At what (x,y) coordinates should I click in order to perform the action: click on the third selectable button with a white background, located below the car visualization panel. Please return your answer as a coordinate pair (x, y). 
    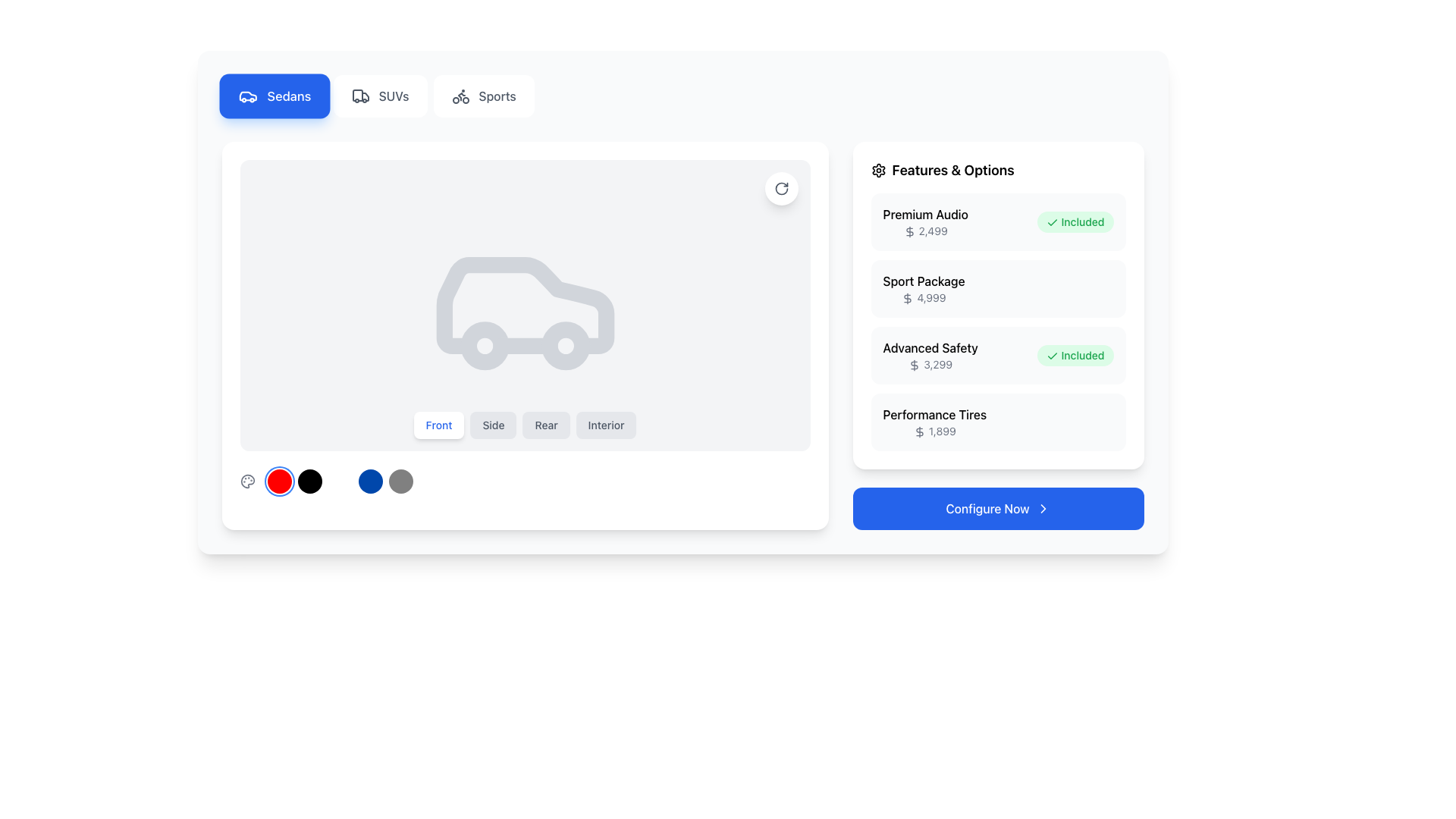
    Looking at the image, I should click on (339, 482).